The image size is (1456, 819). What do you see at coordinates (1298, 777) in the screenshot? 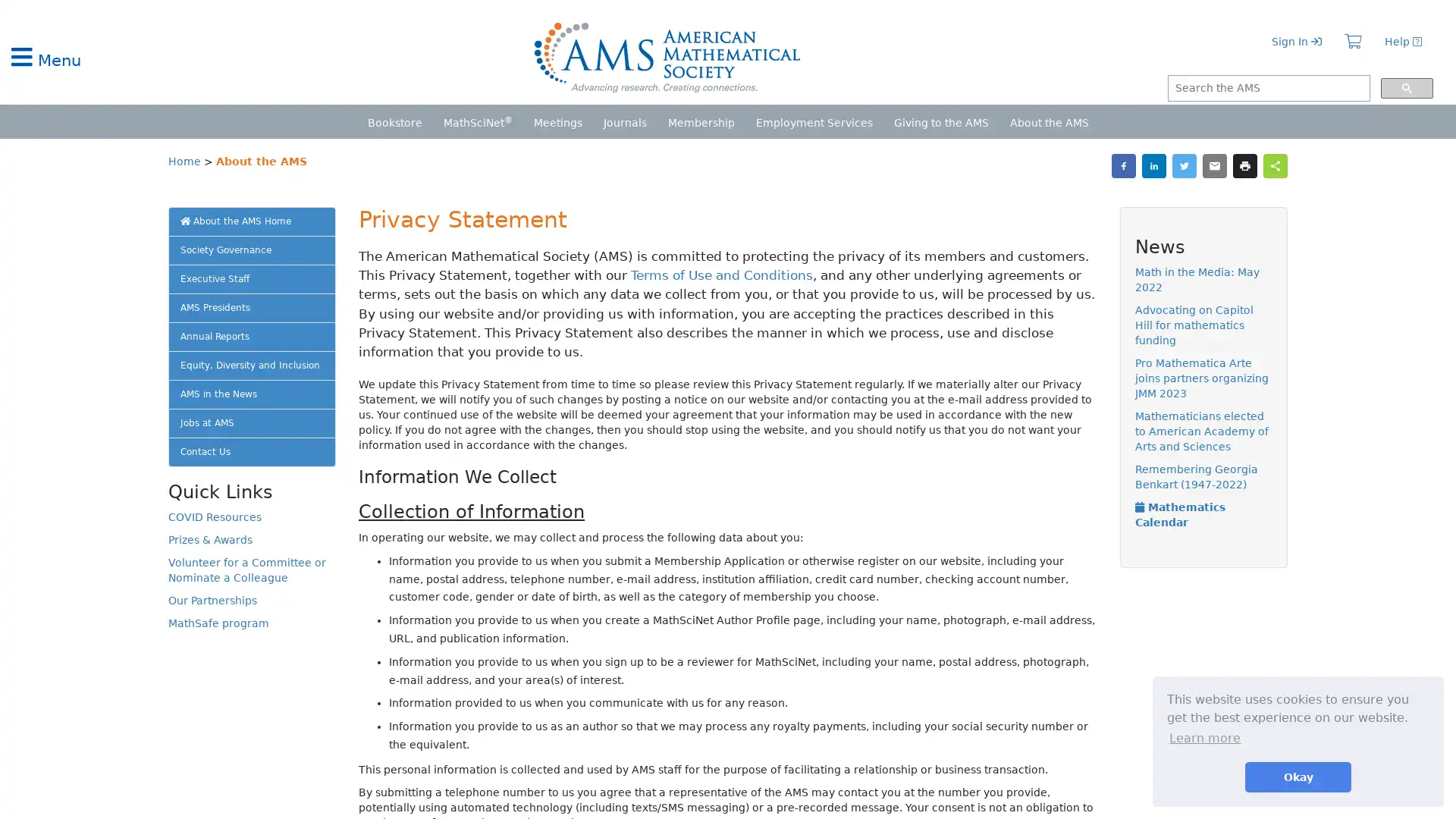
I see `dismiss cookie message` at bounding box center [1298, 777].